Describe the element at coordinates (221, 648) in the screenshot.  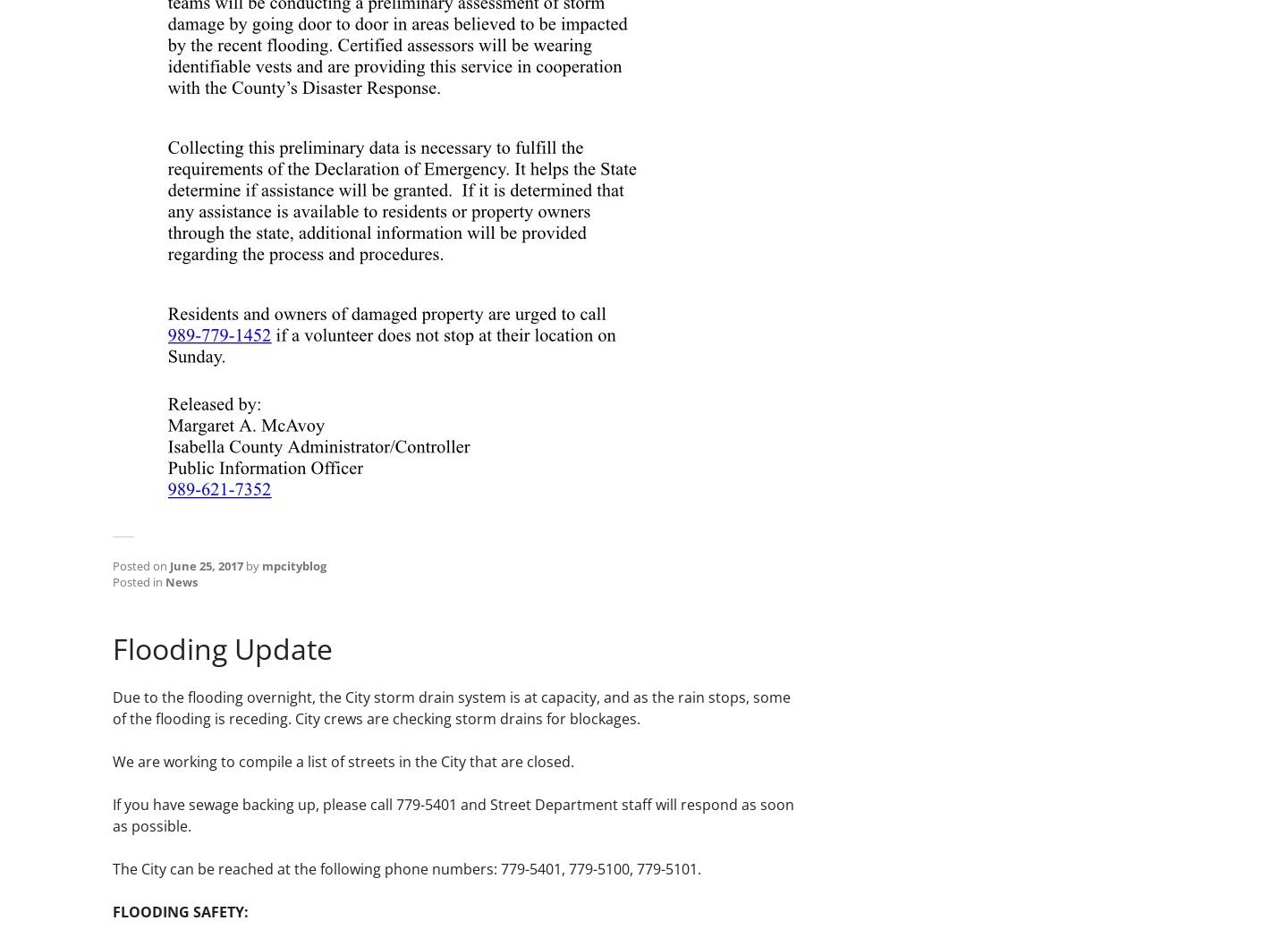
I see `'Flooding Update'` at that location.